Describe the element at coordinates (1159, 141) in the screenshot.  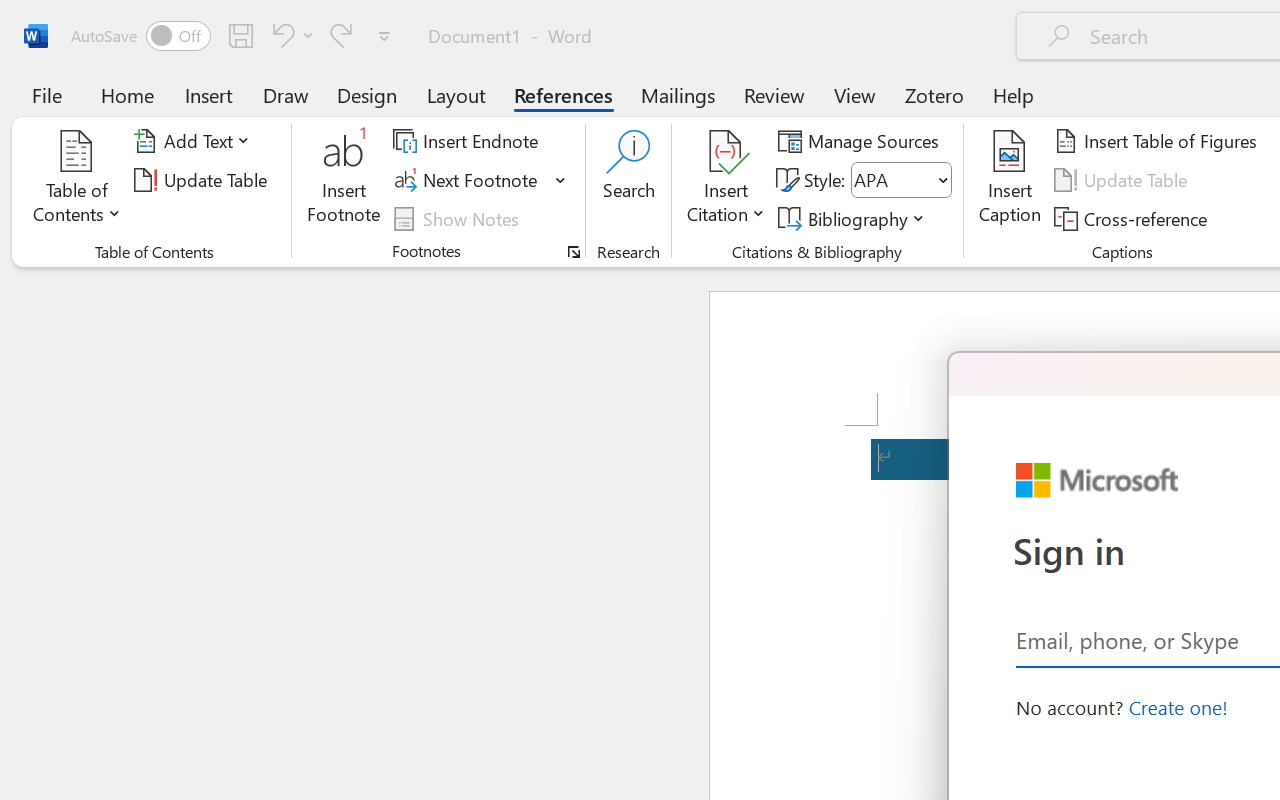
I see `'Insert Table of Figures...'` at that location.